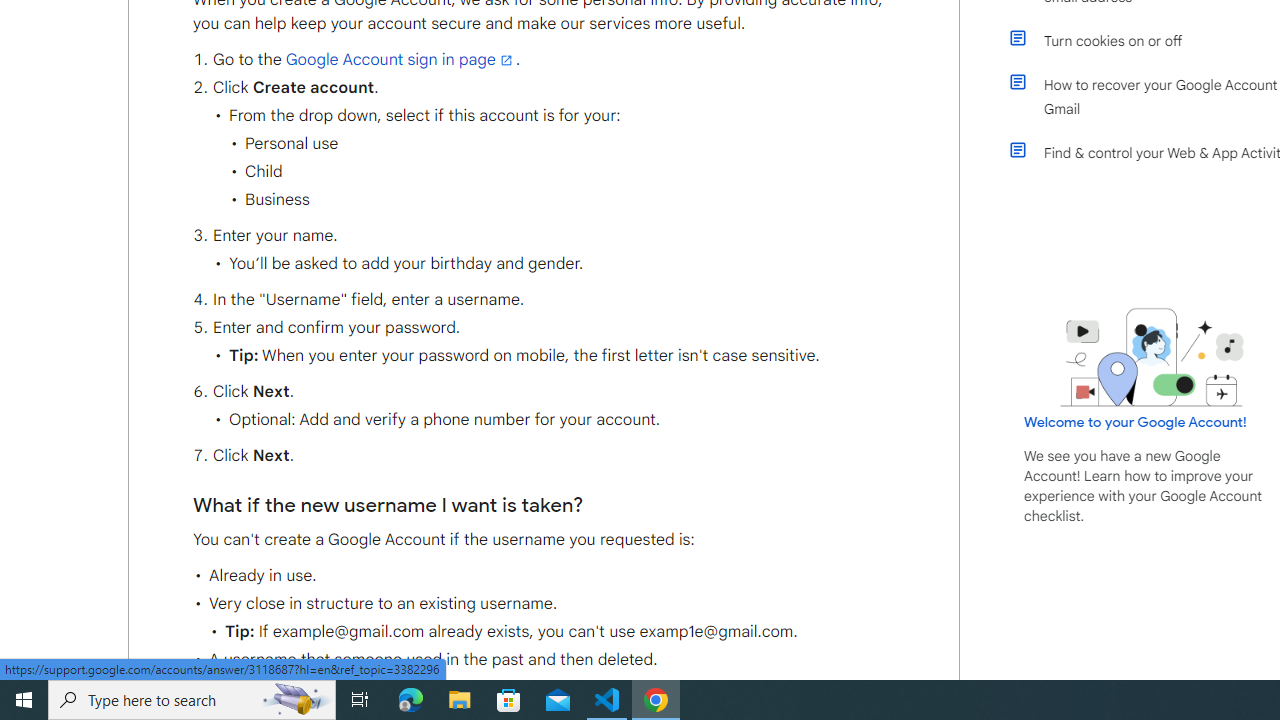 Image resolution: width=1280 pixels, height=720 pixels. Describe the element at coordinates (1135, 421) in the screenshot. I see `'Welcome to your Google Account!'` at that location.